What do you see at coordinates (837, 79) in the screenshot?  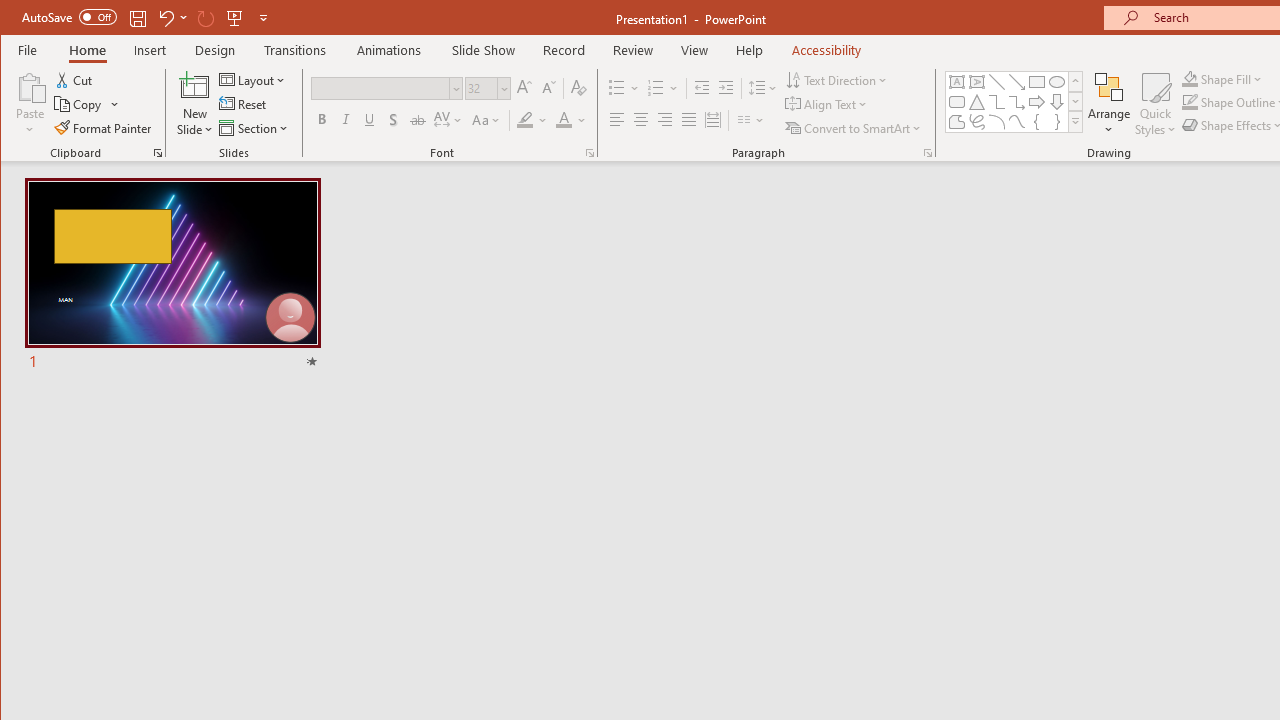 I see `'Text Direction'` at bounding box center [837, 79].